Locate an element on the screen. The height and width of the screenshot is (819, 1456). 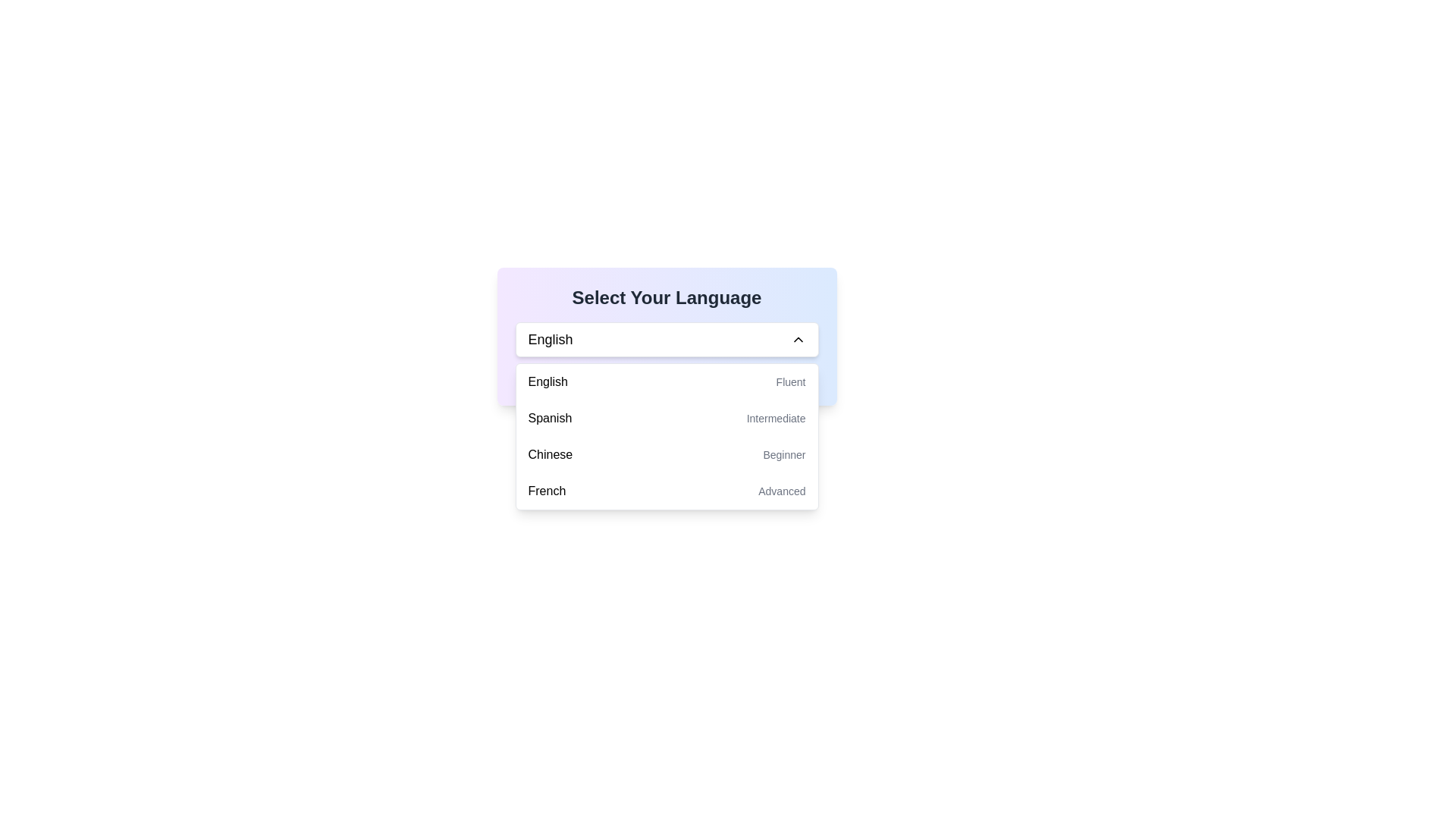
the language selection dropdown menu is located at coordinates (667, 335).